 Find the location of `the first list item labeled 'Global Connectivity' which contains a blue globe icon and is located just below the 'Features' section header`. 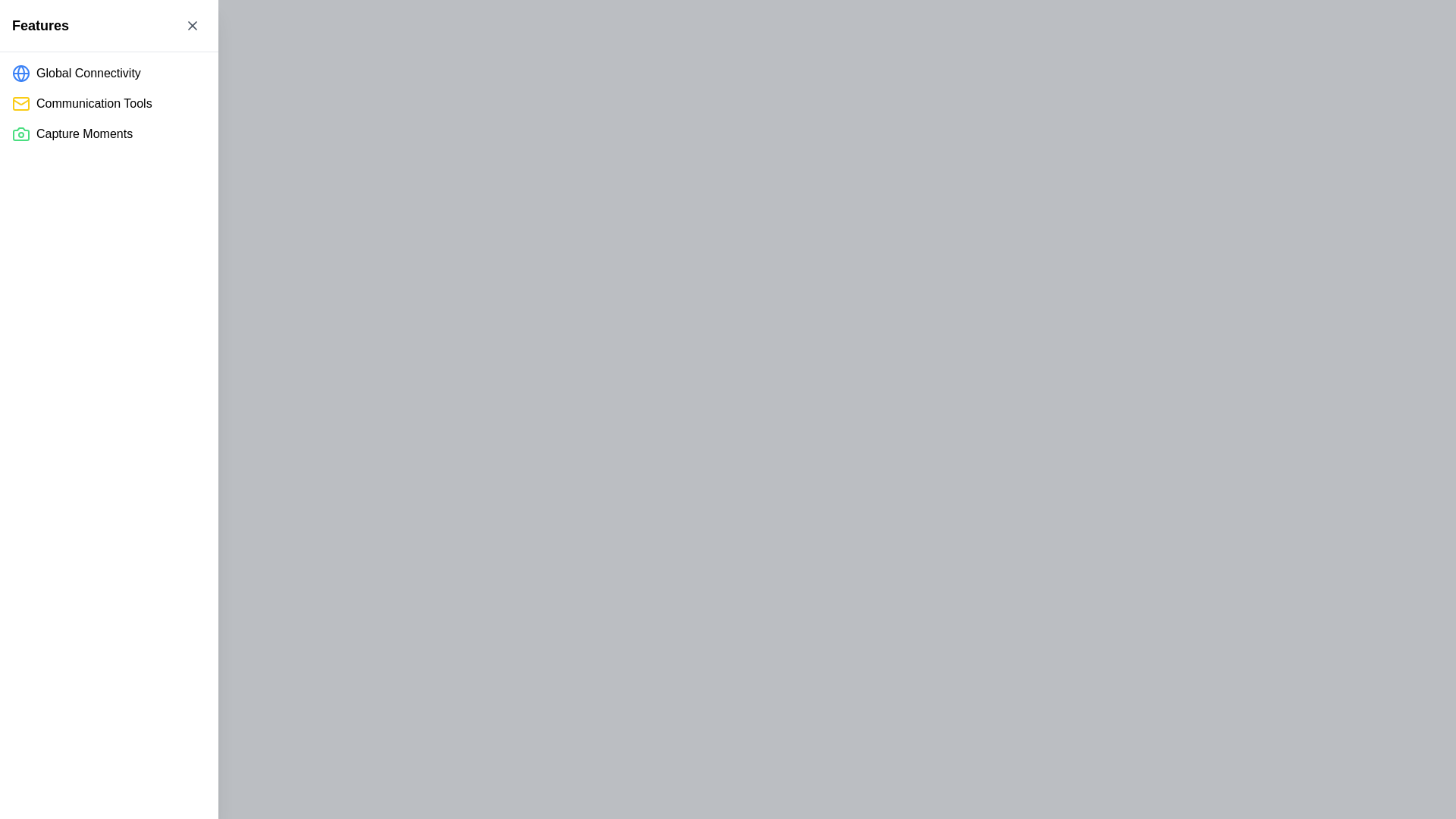

the first list item labeled 'Global Connectivity' which contains a blue globe icon and is located just below the 'Features' section header is located at coordinates (108, 73).